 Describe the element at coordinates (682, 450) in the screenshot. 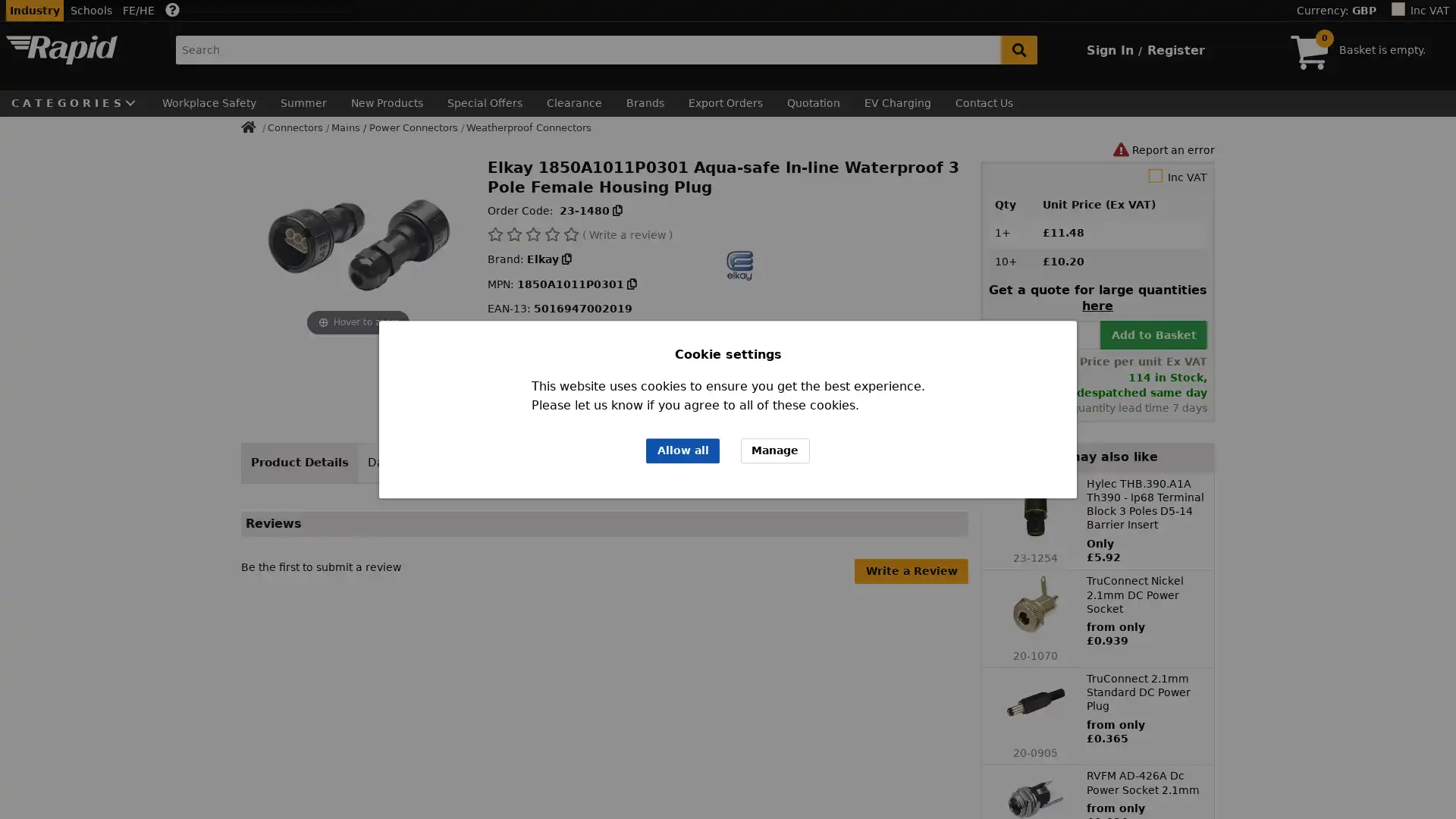

I see `Allow all` at that location.